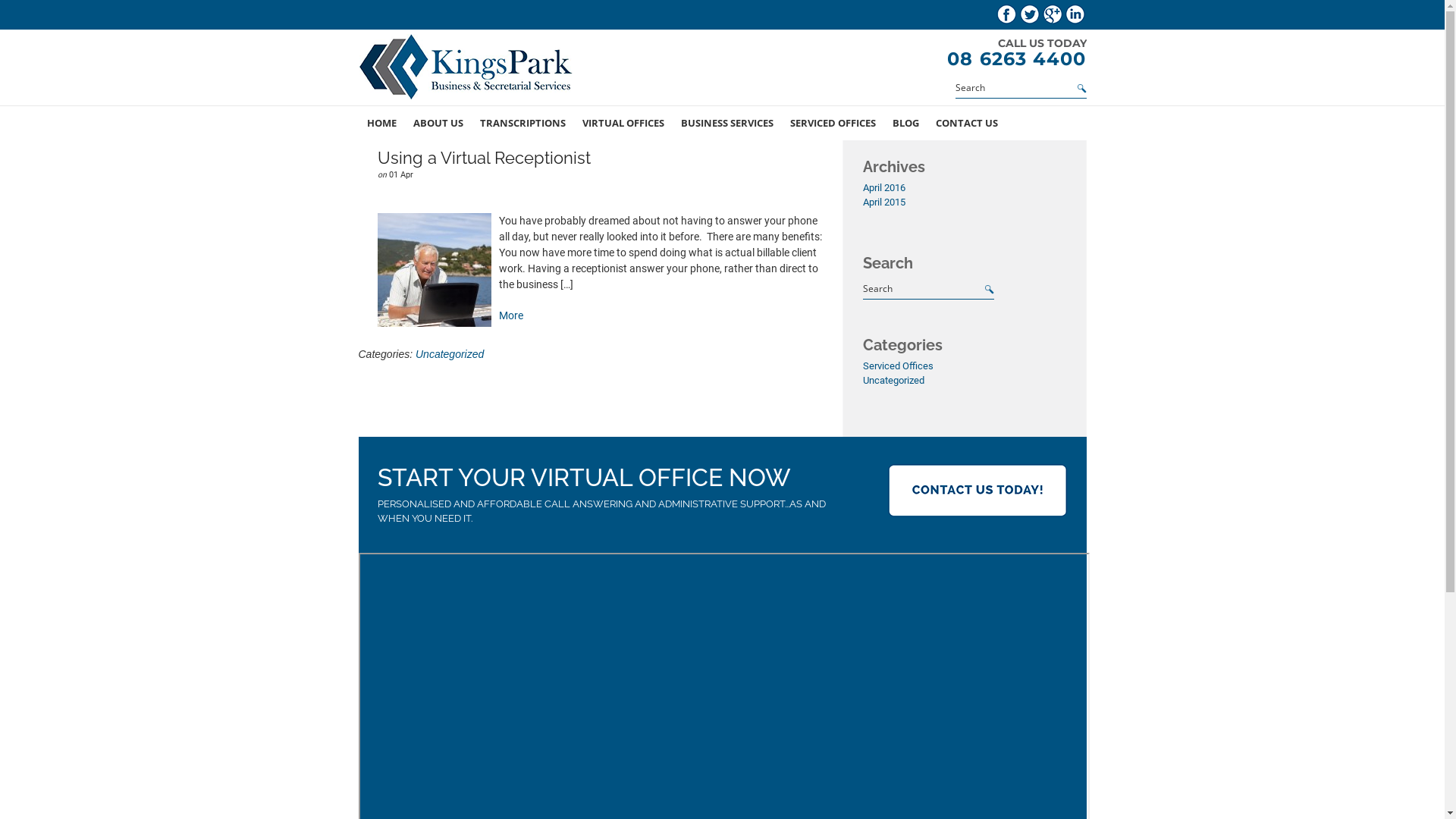 The width and height of the screenshot is (1456, 819). I want to click on 'BUSINESS SERVICES', so click(726, 122).